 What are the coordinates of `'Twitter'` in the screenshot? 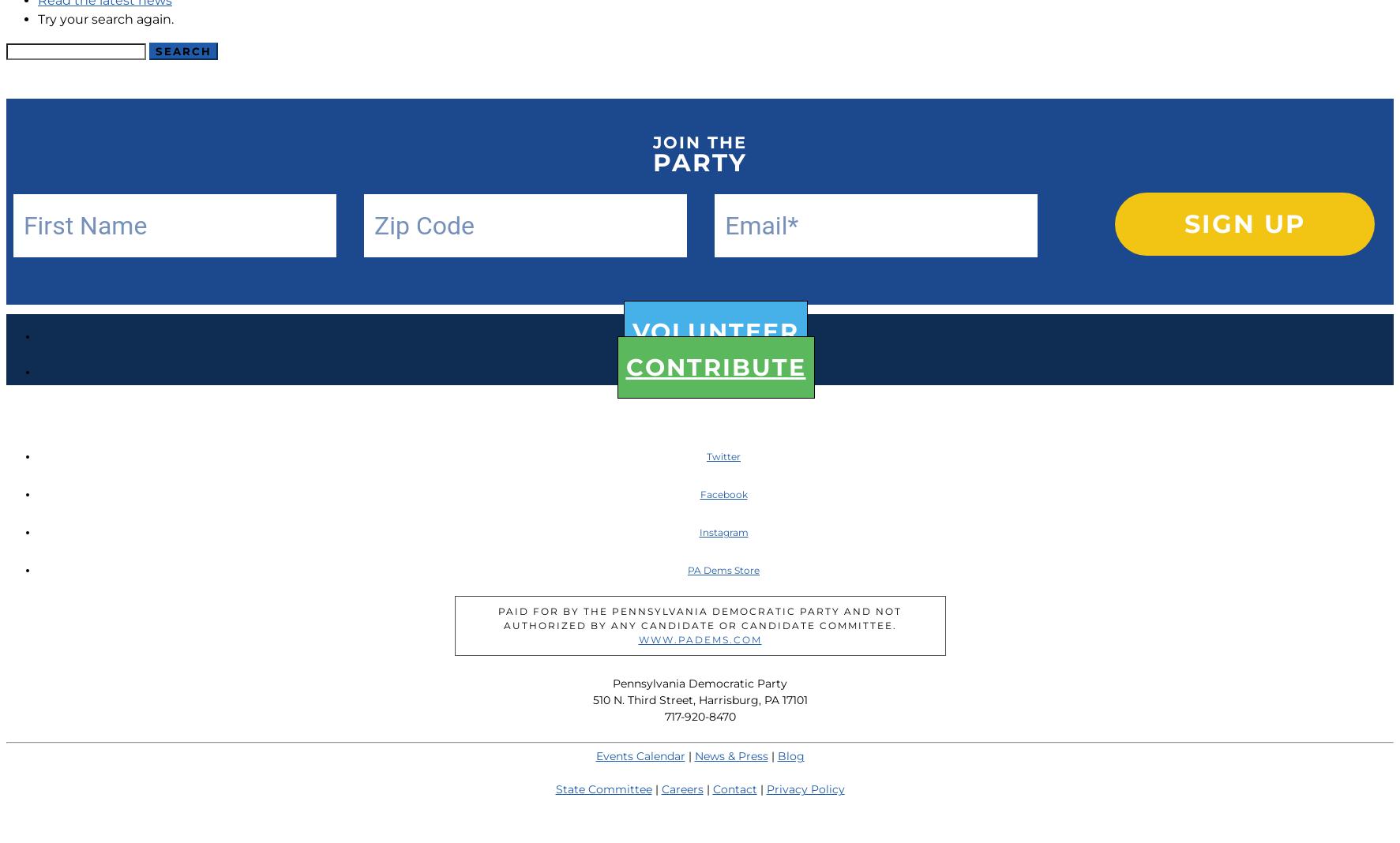 It's located at (723, 455).